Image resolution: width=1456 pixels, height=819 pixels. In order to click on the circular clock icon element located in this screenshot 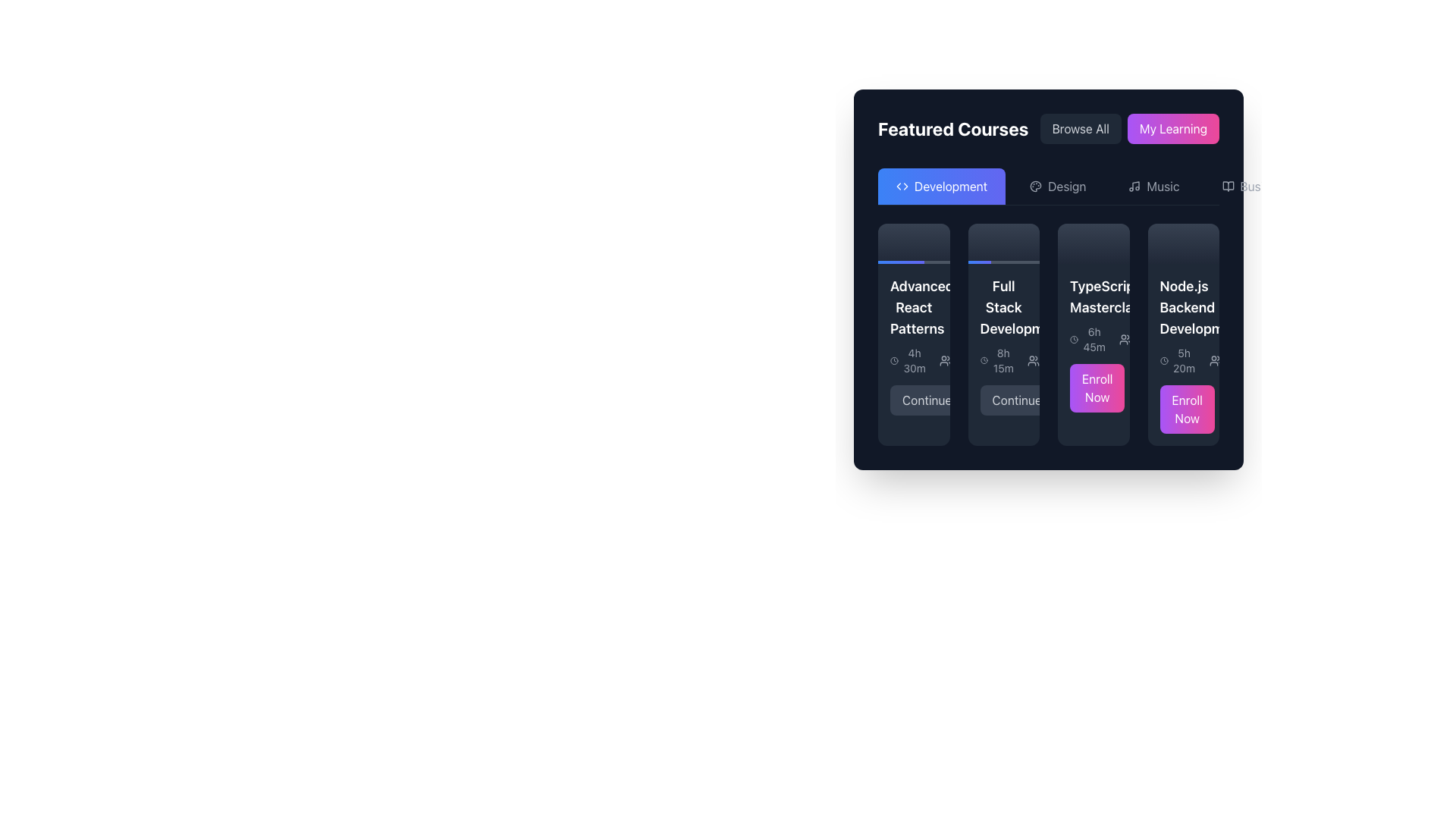, I will do `click(894, 361)`.